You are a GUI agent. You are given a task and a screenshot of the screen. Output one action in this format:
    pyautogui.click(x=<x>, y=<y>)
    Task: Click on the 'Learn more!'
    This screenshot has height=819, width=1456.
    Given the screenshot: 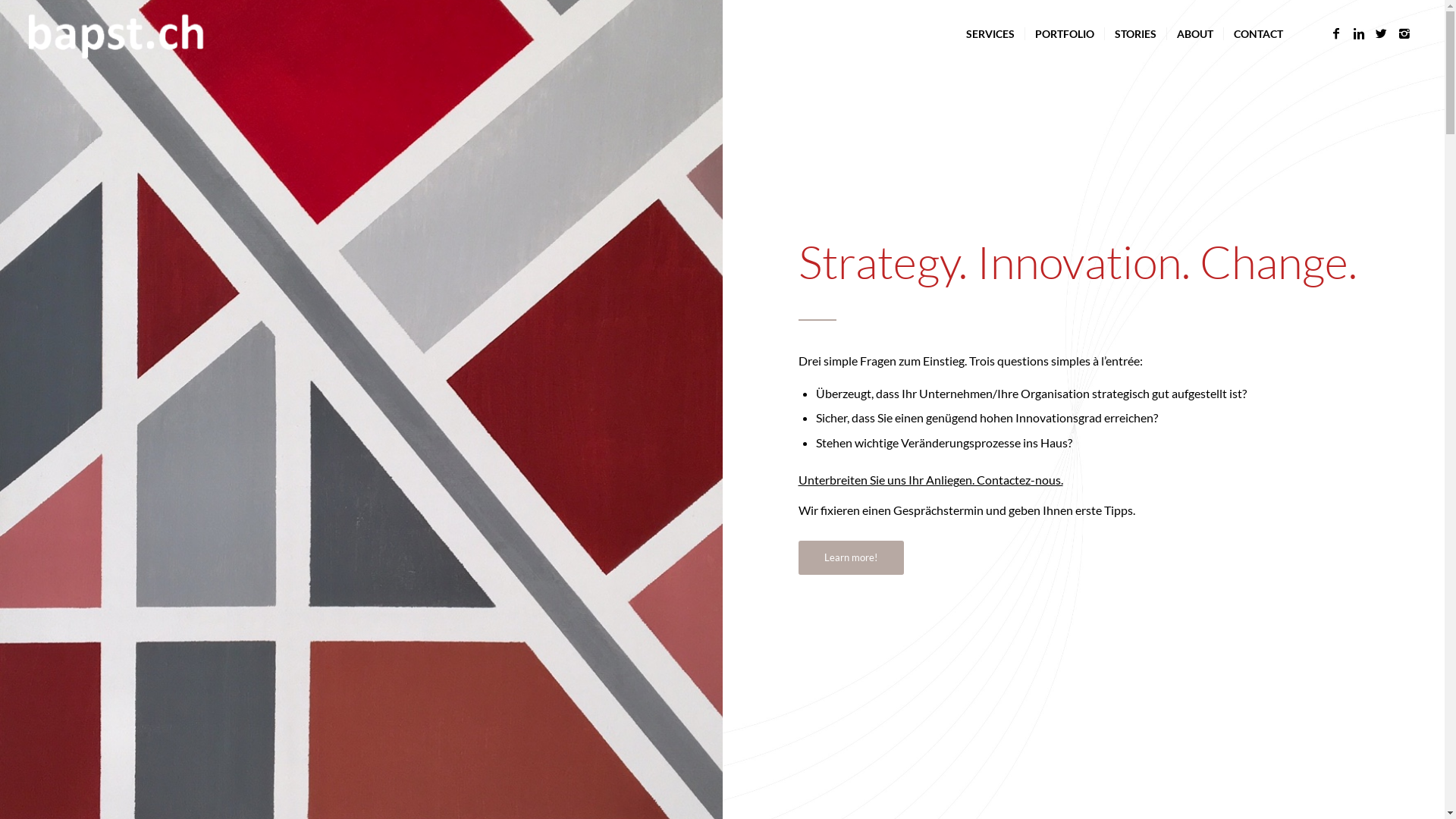 What is the action you would take?
    pyautogui.click(x=850, y=557)
    